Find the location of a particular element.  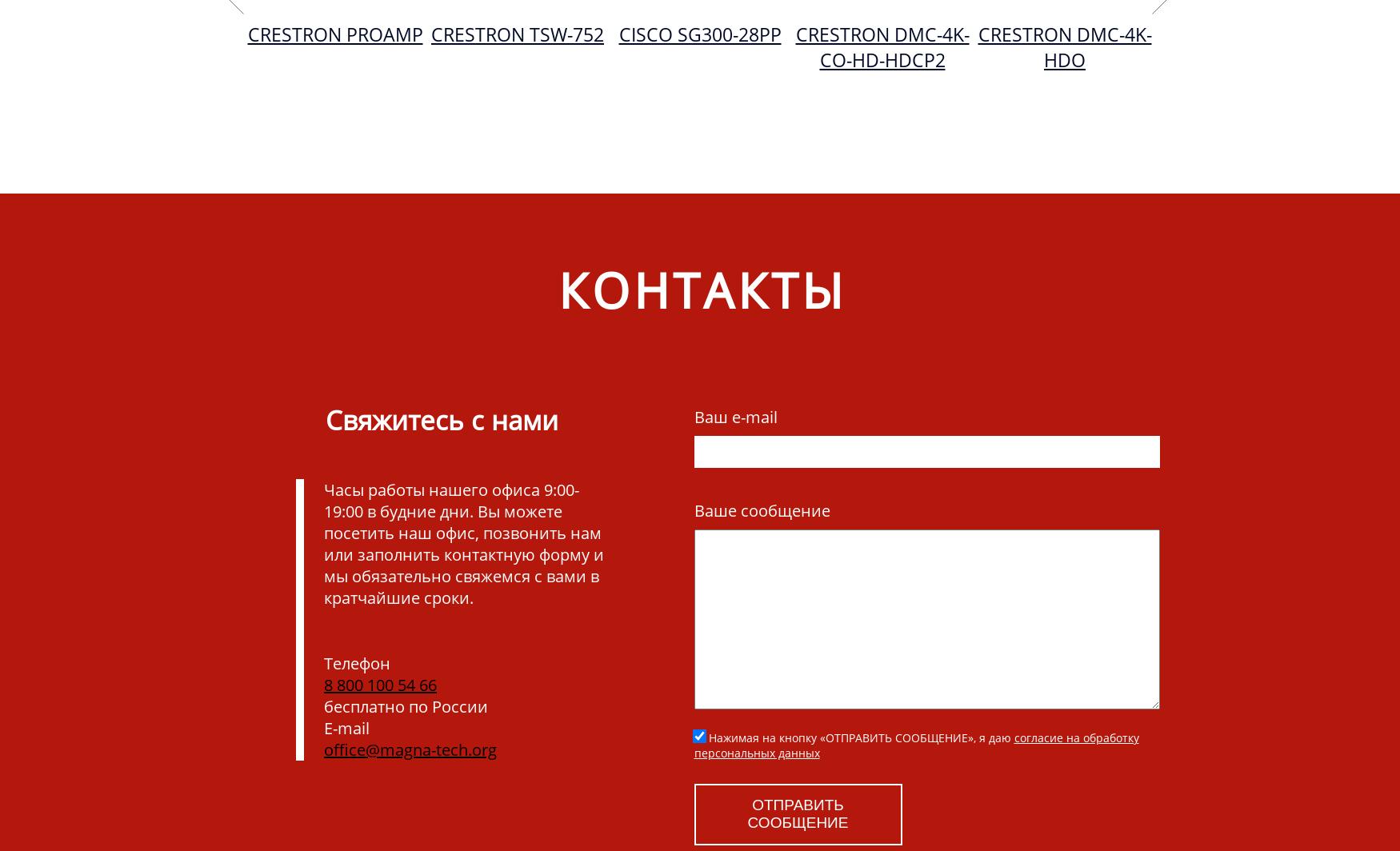

'Crestron DMC-4K-HDO' is located at coordinates (1064, 47).